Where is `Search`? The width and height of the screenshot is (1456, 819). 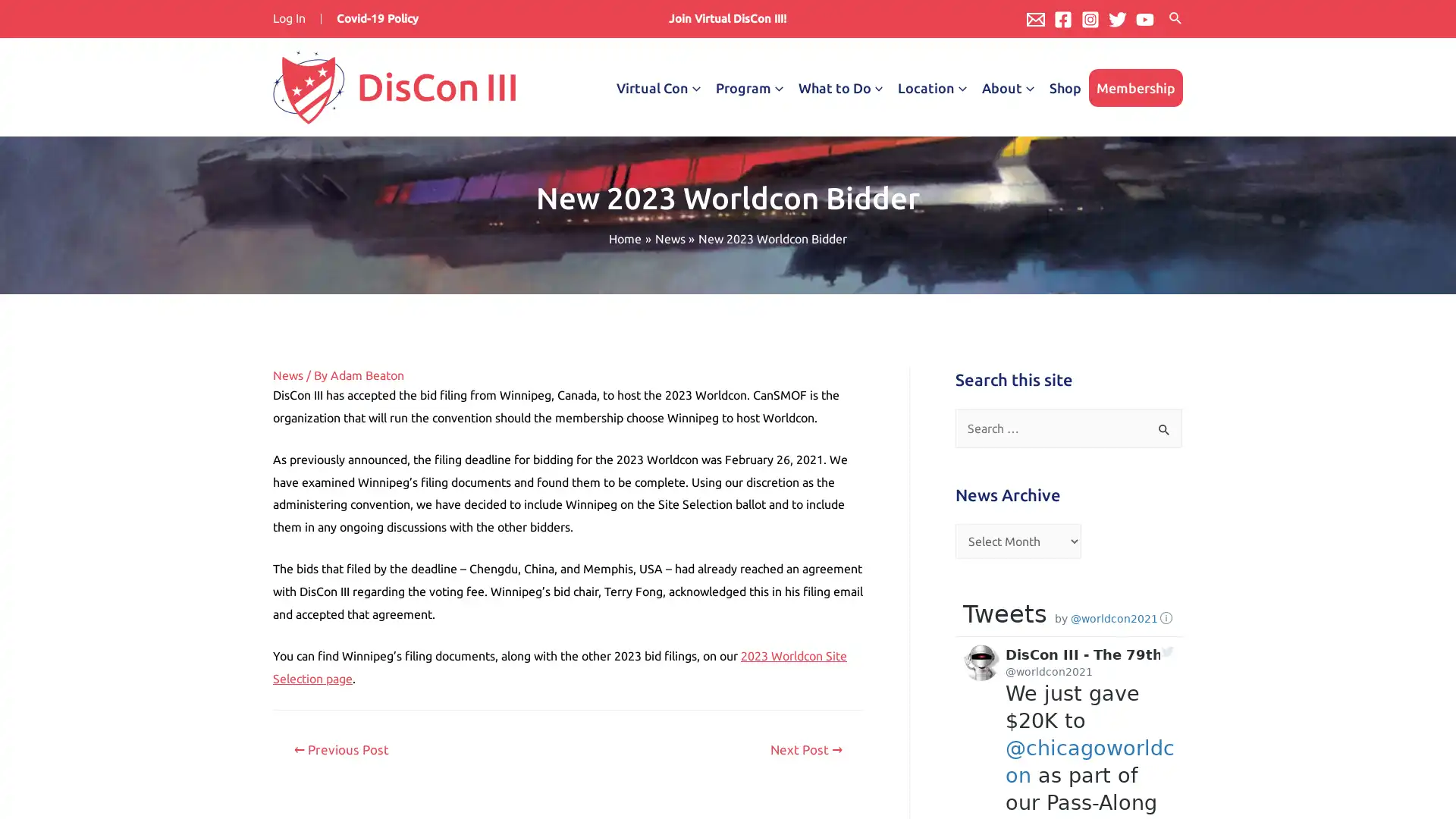
Search is located at coordinates (1164, 424).